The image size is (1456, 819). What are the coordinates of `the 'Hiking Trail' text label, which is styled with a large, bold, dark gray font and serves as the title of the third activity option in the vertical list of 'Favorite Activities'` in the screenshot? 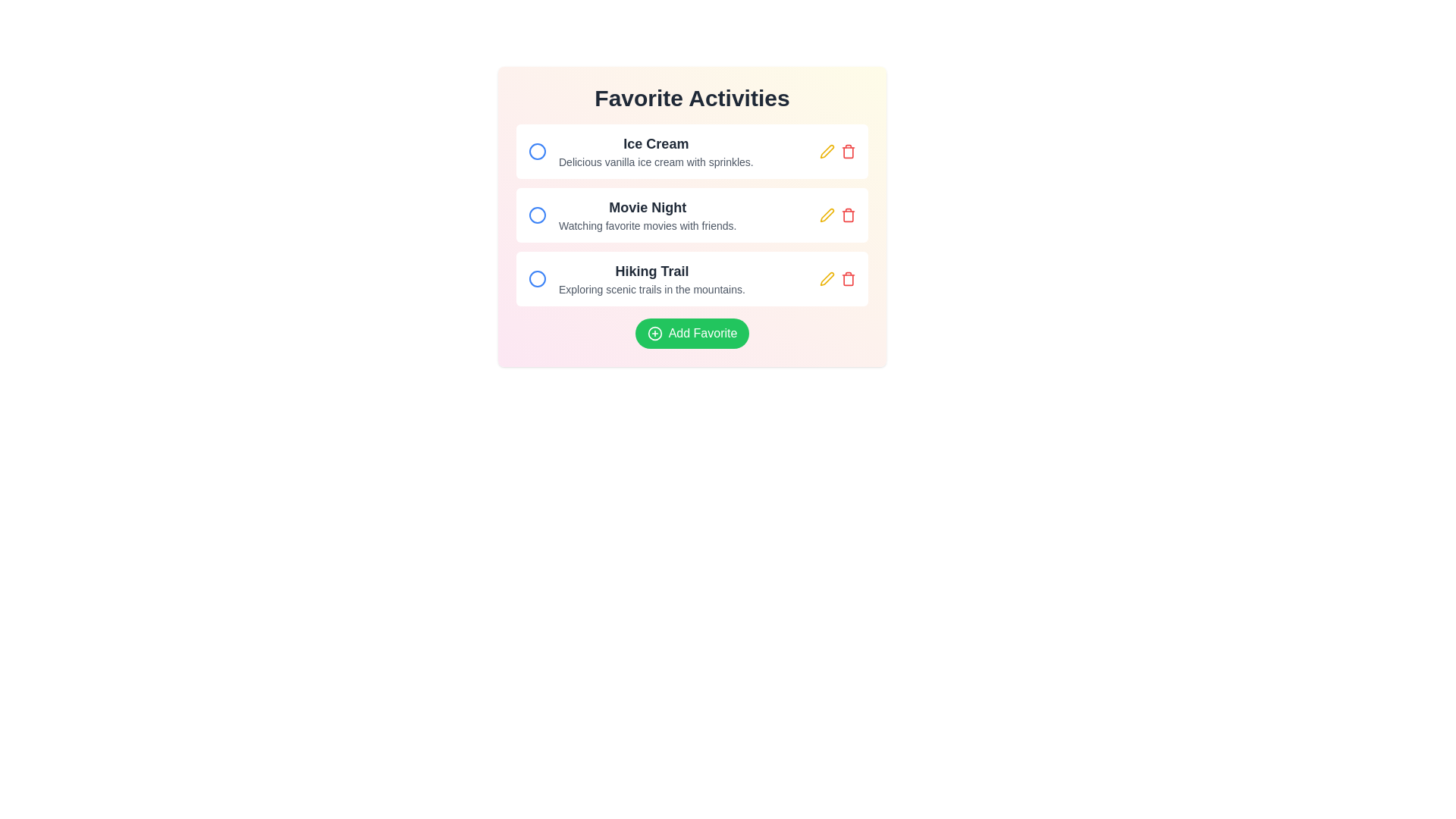 It's located at (651, 271).